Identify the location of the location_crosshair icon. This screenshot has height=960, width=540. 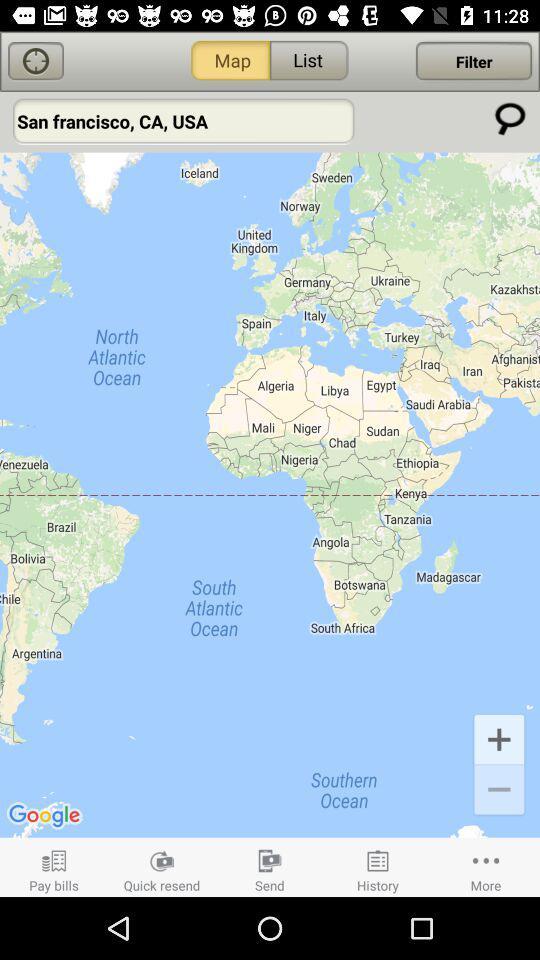
(36, 61).